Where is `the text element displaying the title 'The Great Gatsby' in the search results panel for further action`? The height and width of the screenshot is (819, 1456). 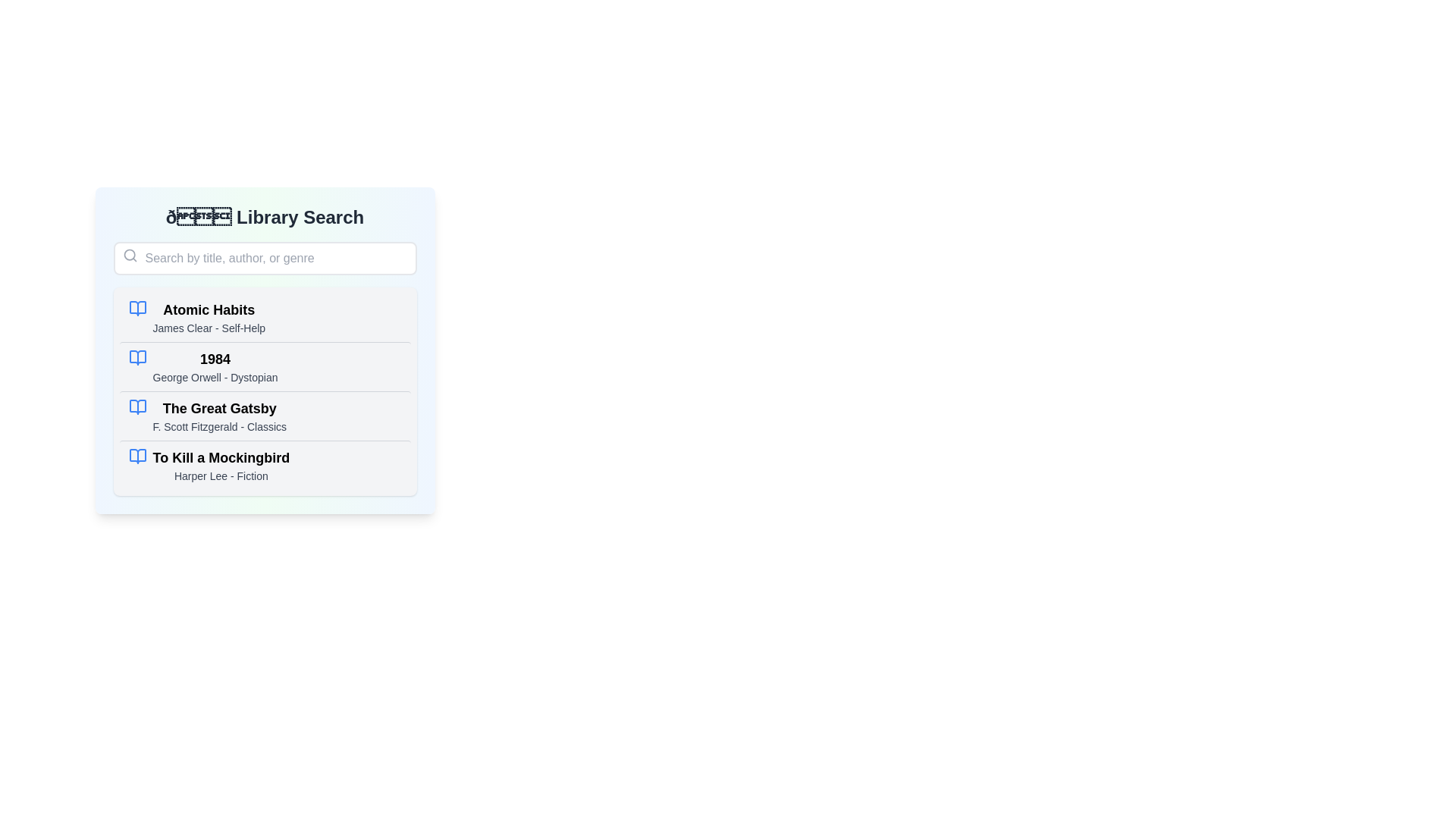
the text element displaying the title 'The Great Gatsby' in the search results panel for further action is located at coordinates (218, 408).